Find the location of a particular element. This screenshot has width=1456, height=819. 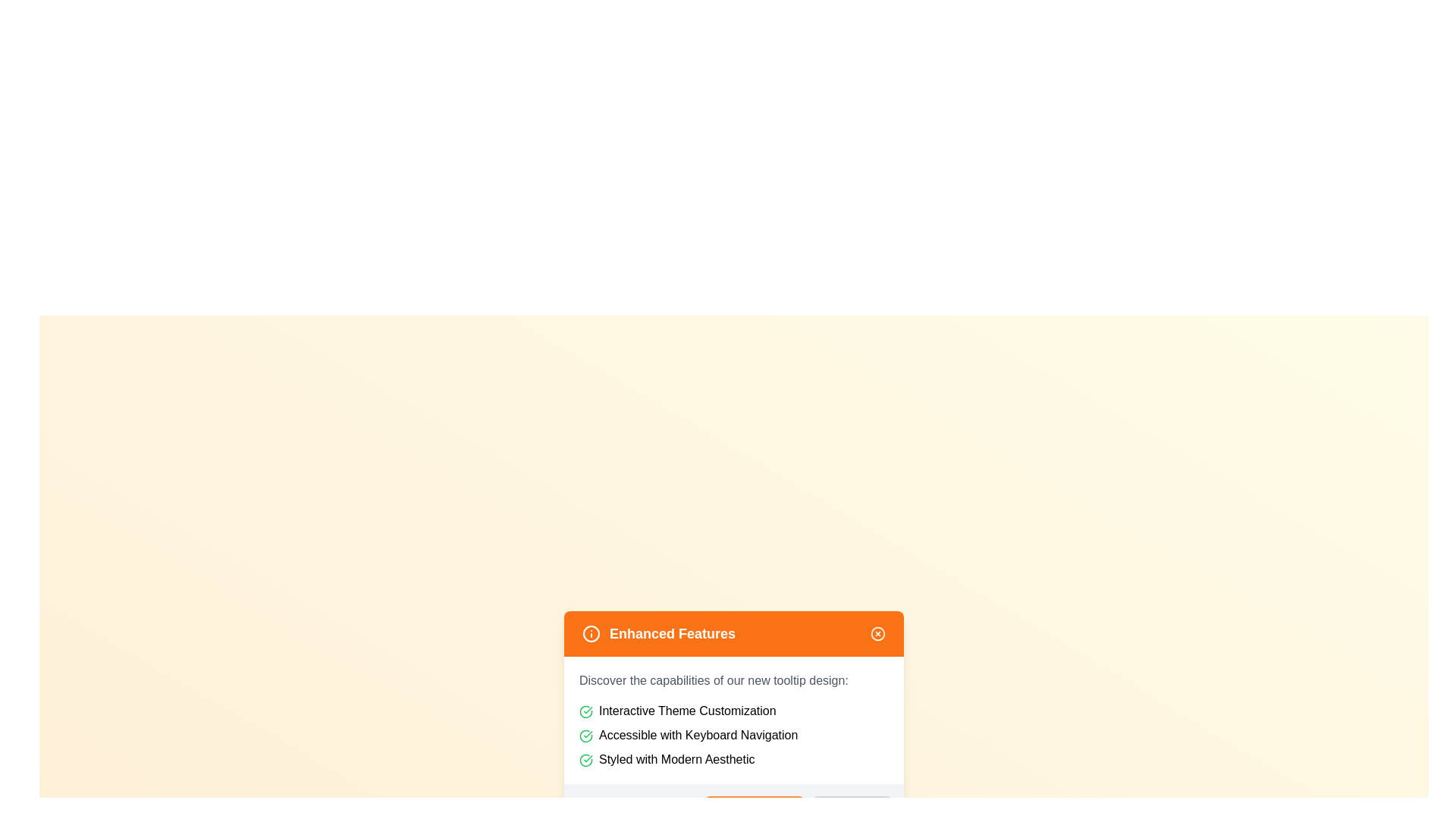

the decorative SVG circle located at the top right corner of the 'Enhanced Features' orange header bar, which signifies closure or cancellation is located at coordinates (877, 634).